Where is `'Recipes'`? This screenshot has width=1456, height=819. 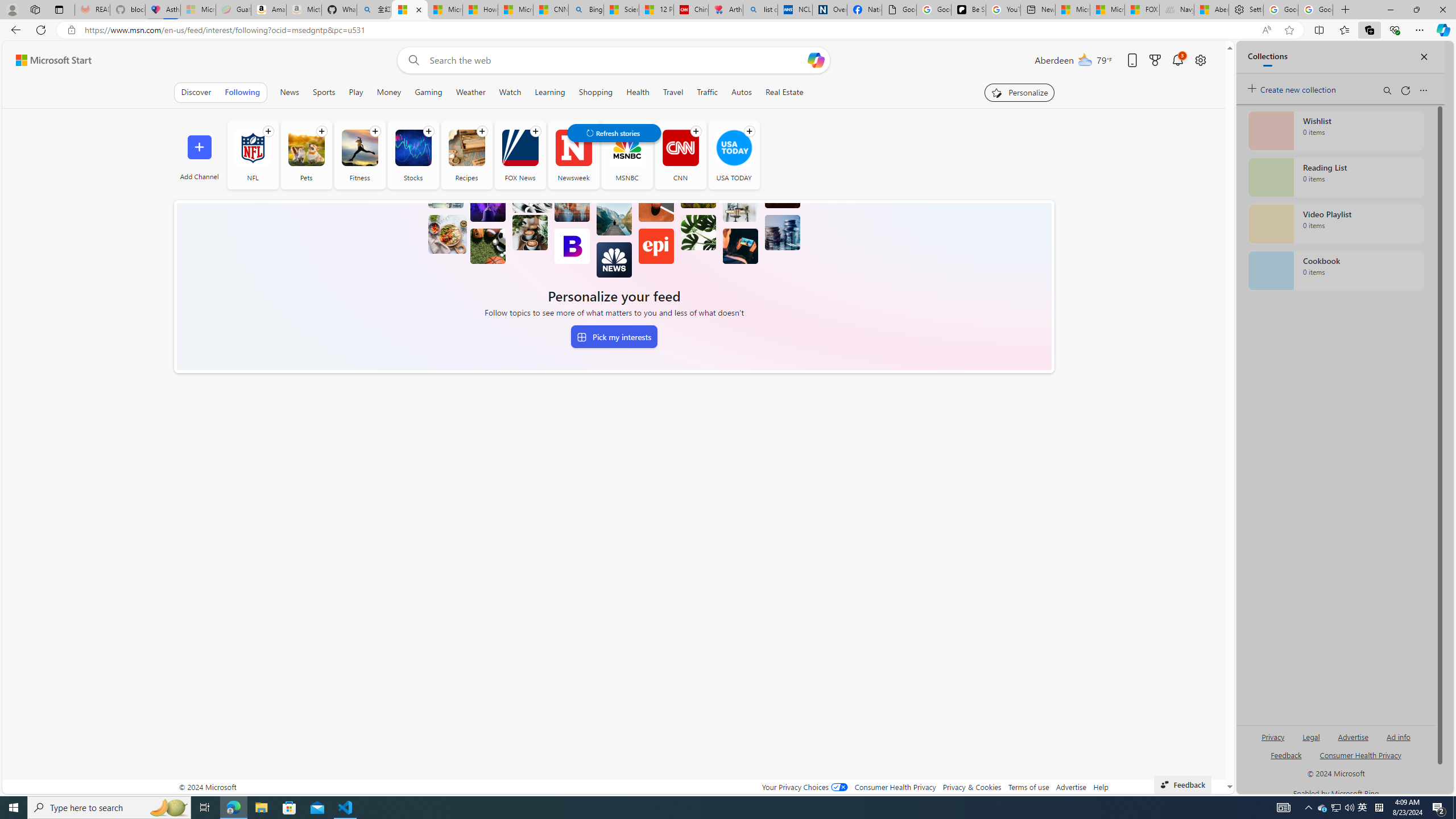
'Recipes' is located at coordinates (466, 147).